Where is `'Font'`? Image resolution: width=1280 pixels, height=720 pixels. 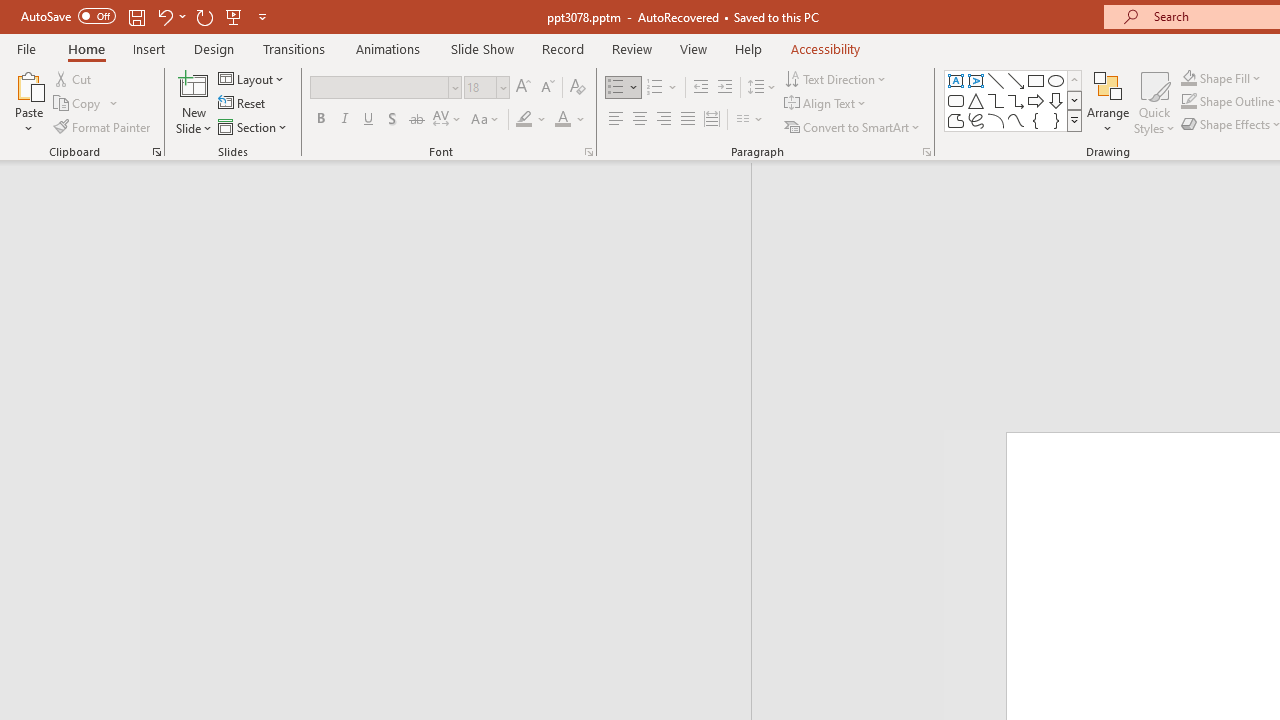 'Font' is located at coordinates (379, 86).